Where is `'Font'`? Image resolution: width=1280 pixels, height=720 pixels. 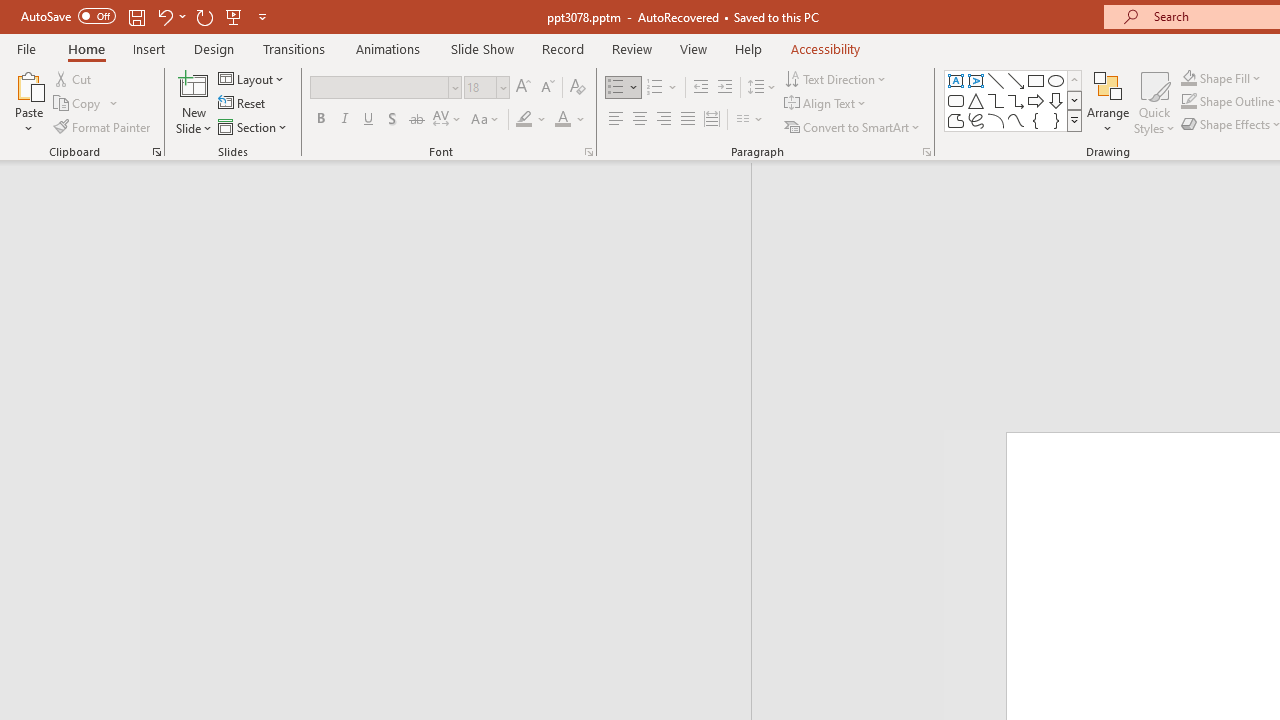 'Font' is located at coordinates (379, 86).